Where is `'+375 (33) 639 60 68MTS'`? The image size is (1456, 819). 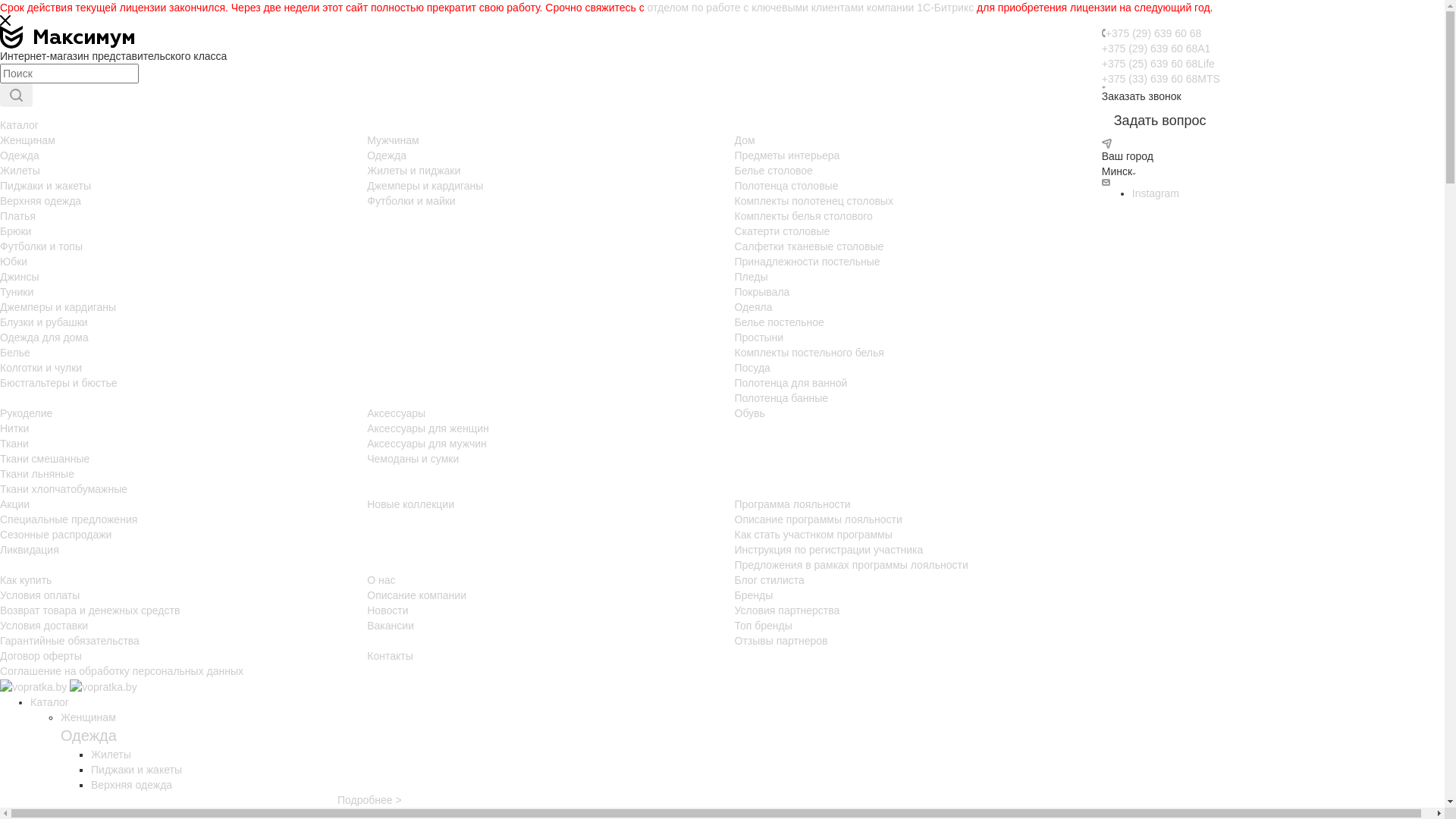
'+375 (33) 639 60 68MTS' is located at coordinates (1102, 79).